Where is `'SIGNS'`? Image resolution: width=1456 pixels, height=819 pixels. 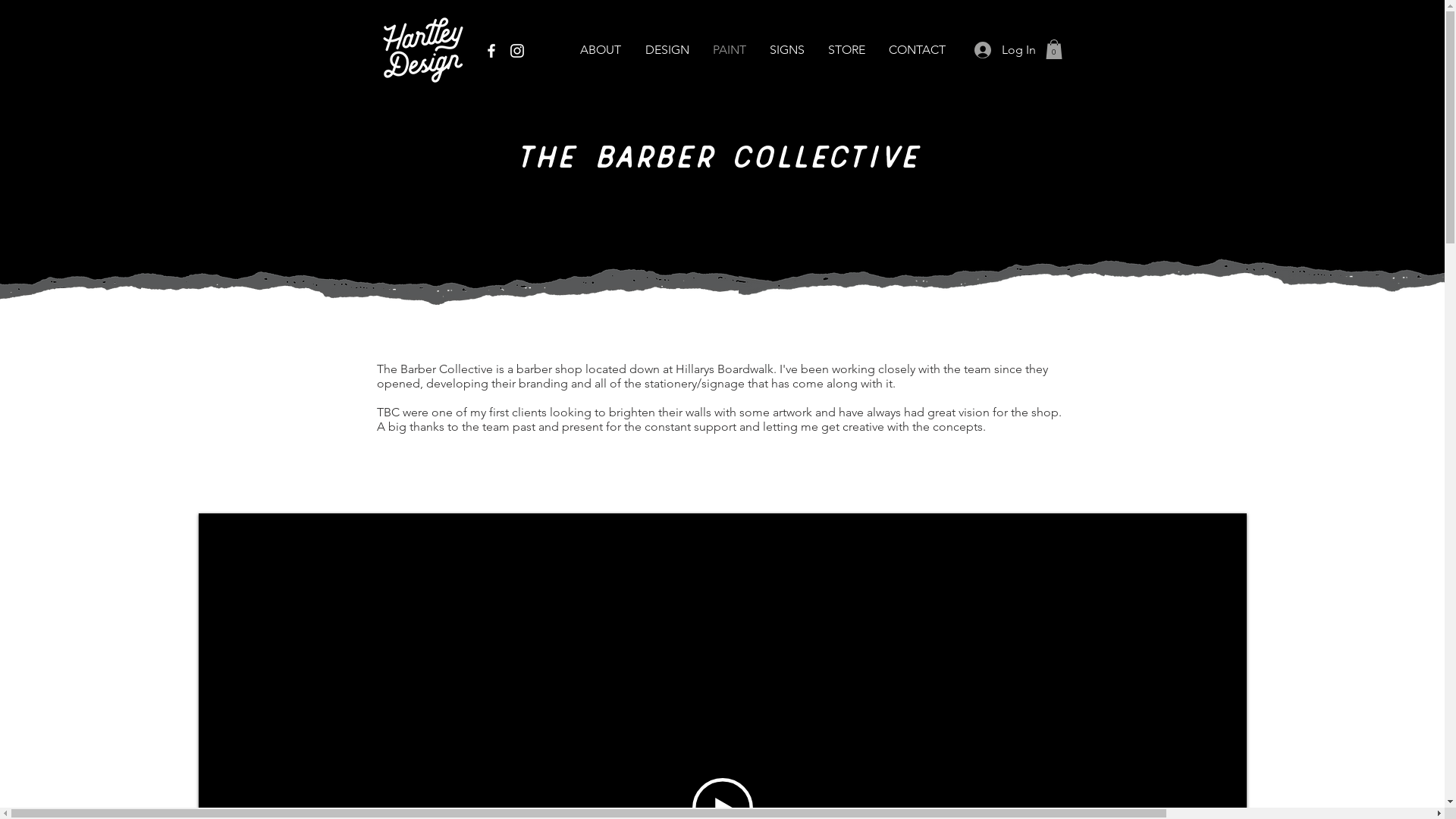 'SIGNS' is located at coordinates (787, 49).